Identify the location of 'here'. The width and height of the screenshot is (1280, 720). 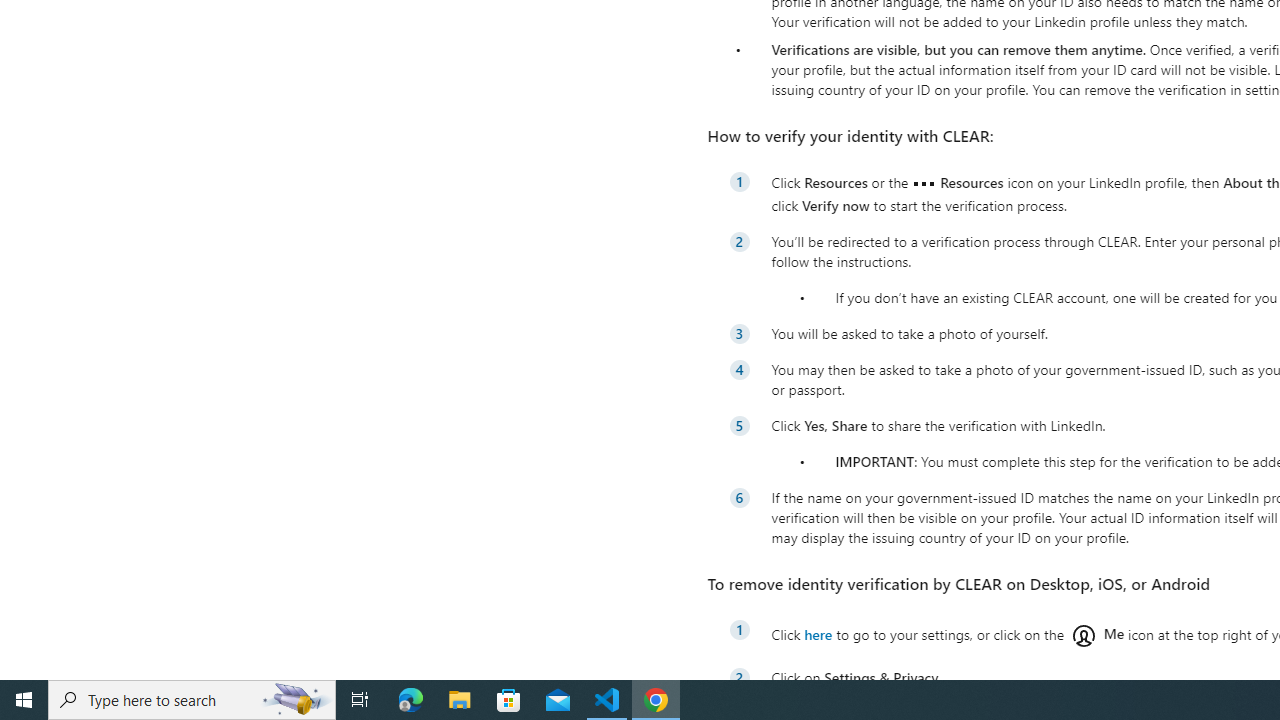
(818, 633).